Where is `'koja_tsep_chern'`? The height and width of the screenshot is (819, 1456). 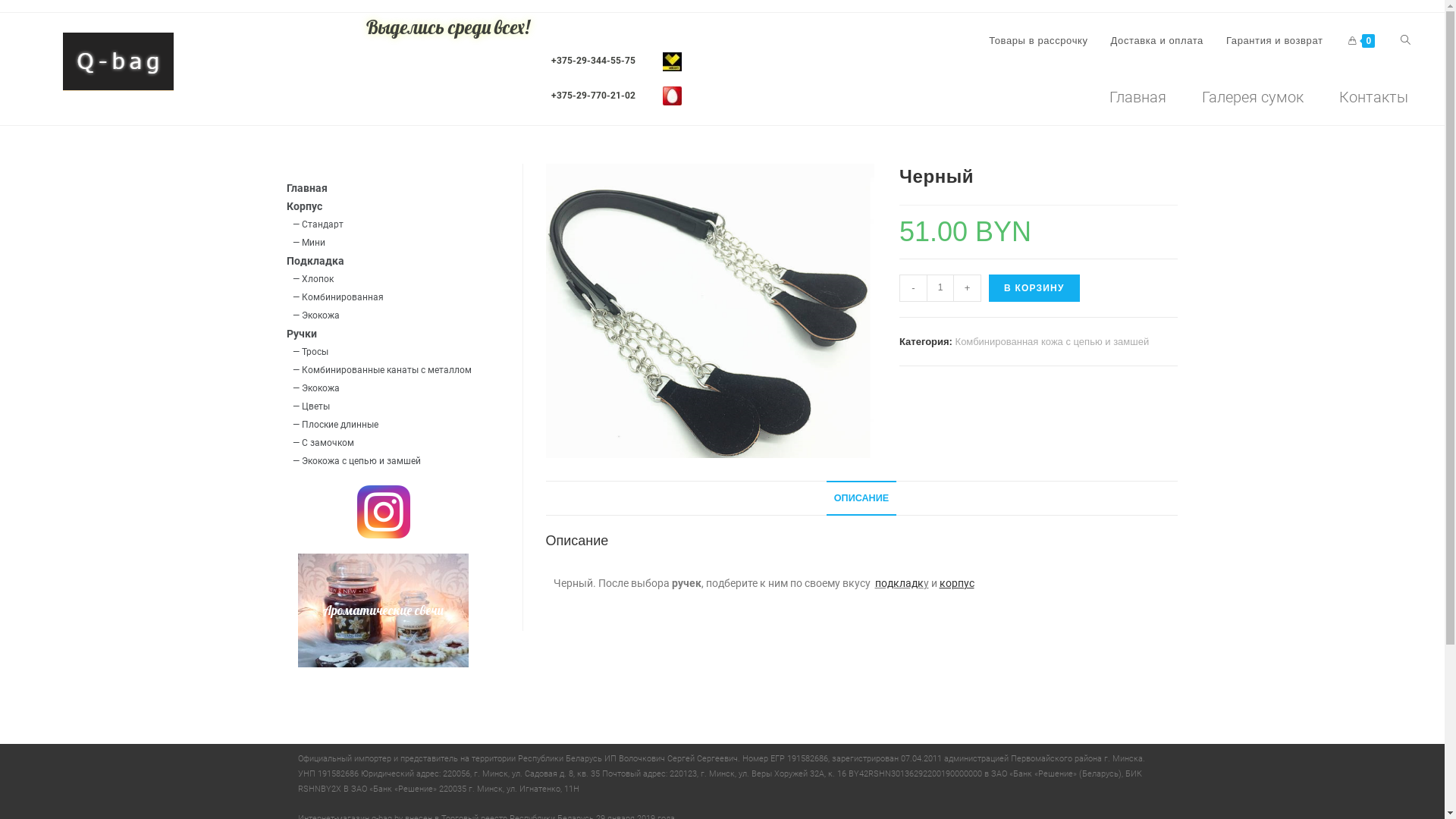 'koja_tsep_chern' is located at coordinates (709, 309).